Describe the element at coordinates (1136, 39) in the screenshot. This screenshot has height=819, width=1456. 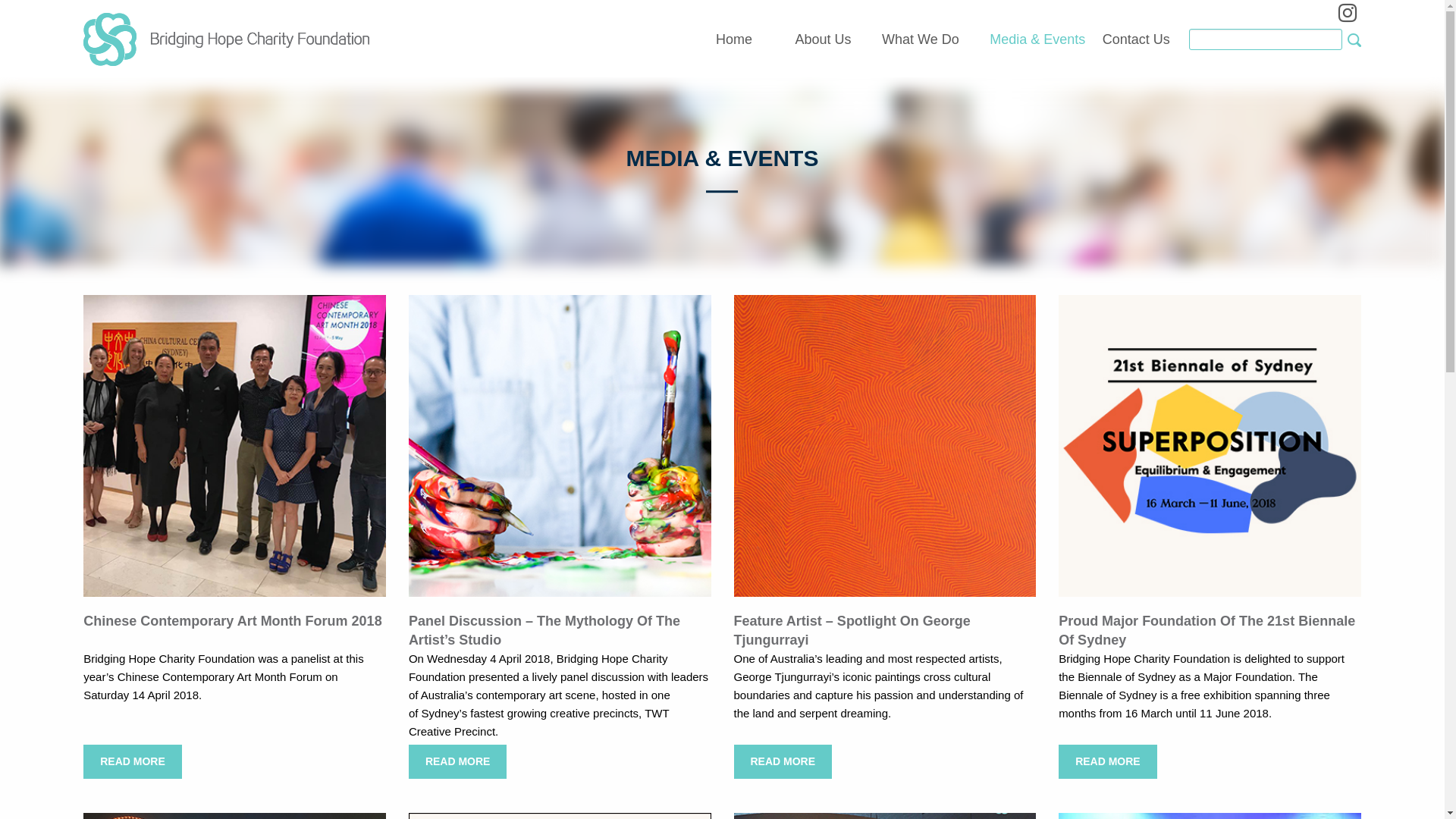
I see `'Contact Us'` at that location.